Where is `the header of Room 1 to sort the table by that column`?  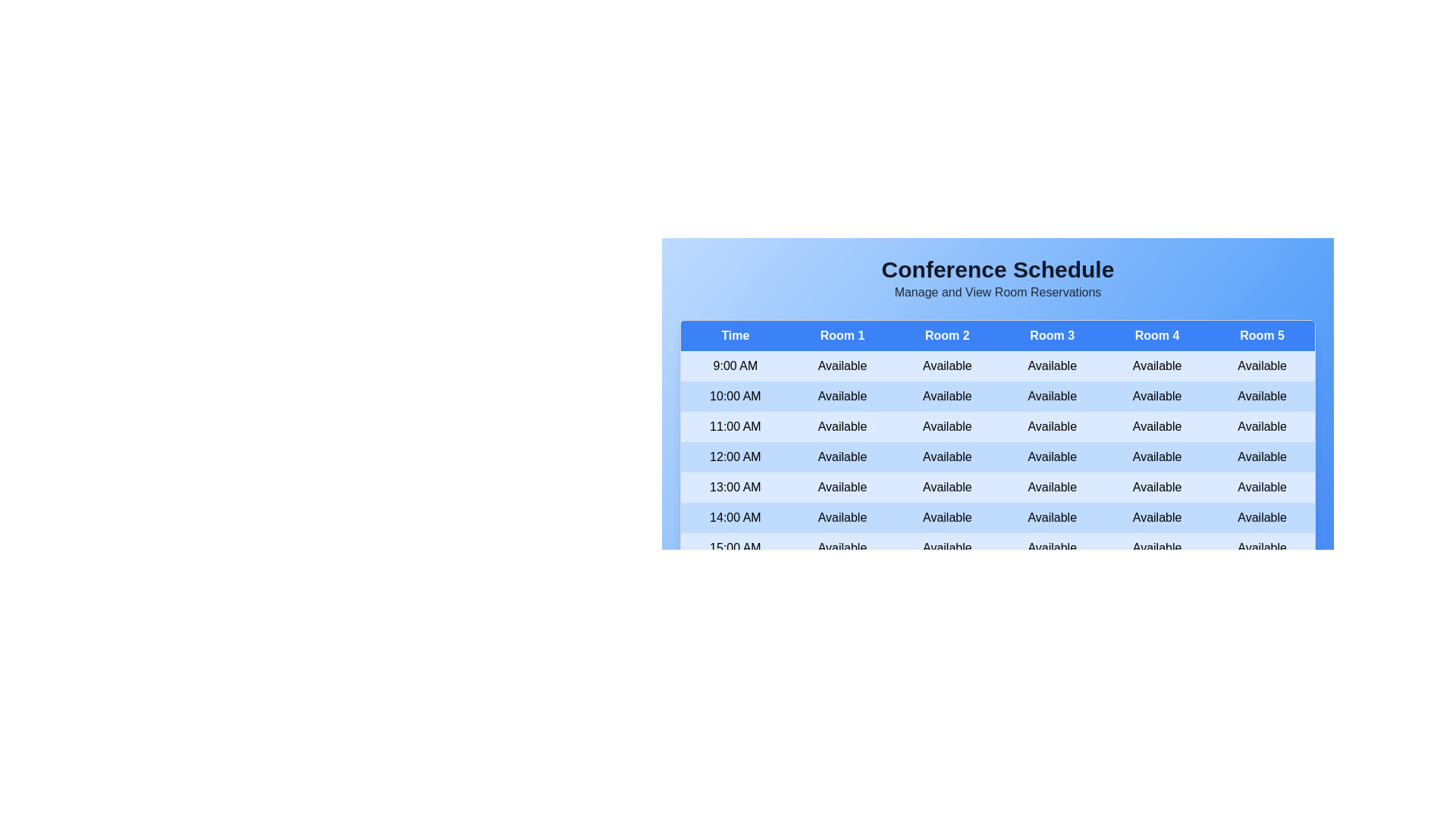 the header of Room 1 to sort the table by that column is located at coordinates (841, 334).